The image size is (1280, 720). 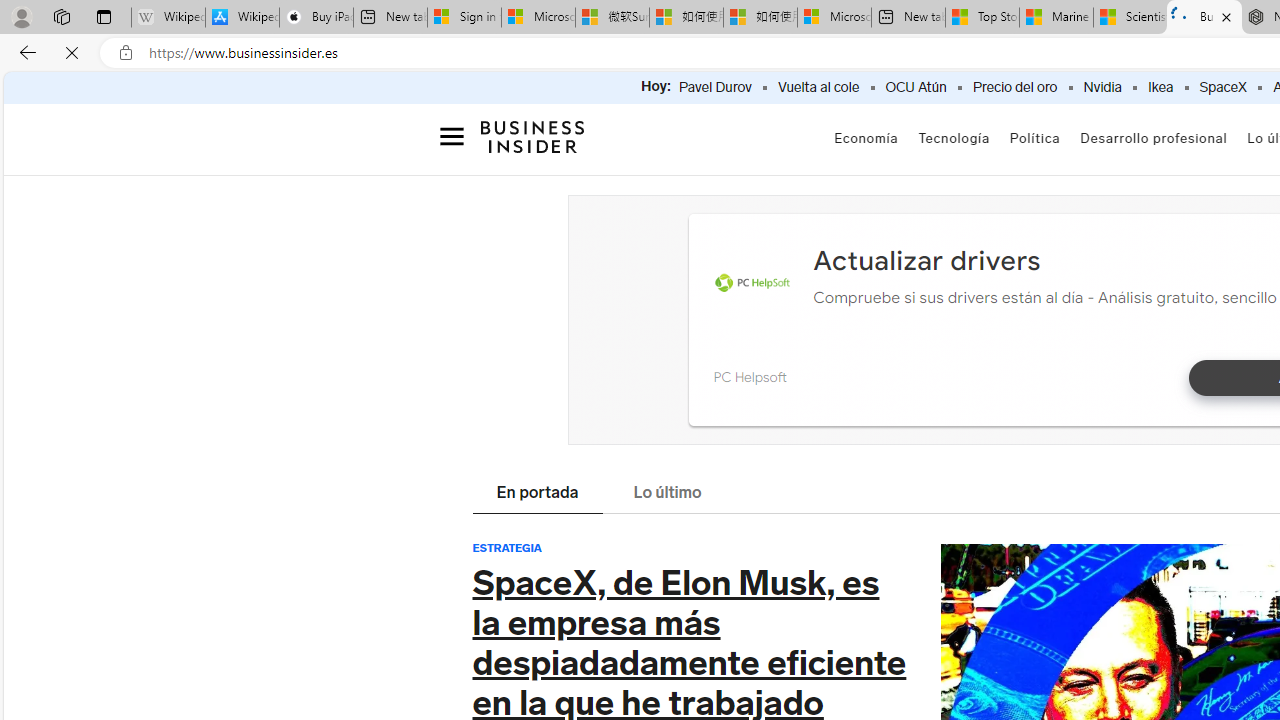 I want to click on 'En portada', so click(x=537, y=494).